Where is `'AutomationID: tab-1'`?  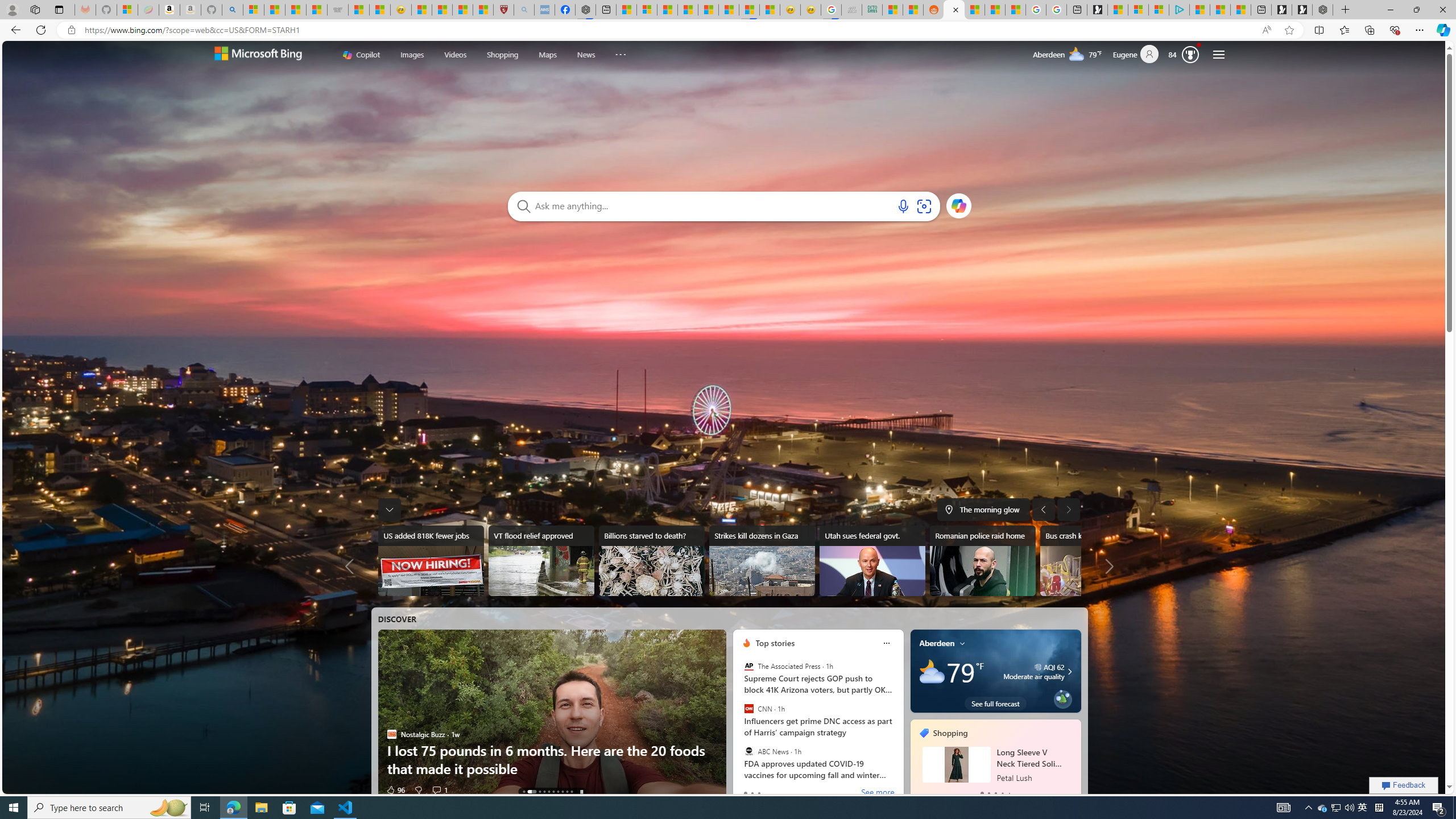 'AutomationID: tab-1' is located at coordinates (531, 791).